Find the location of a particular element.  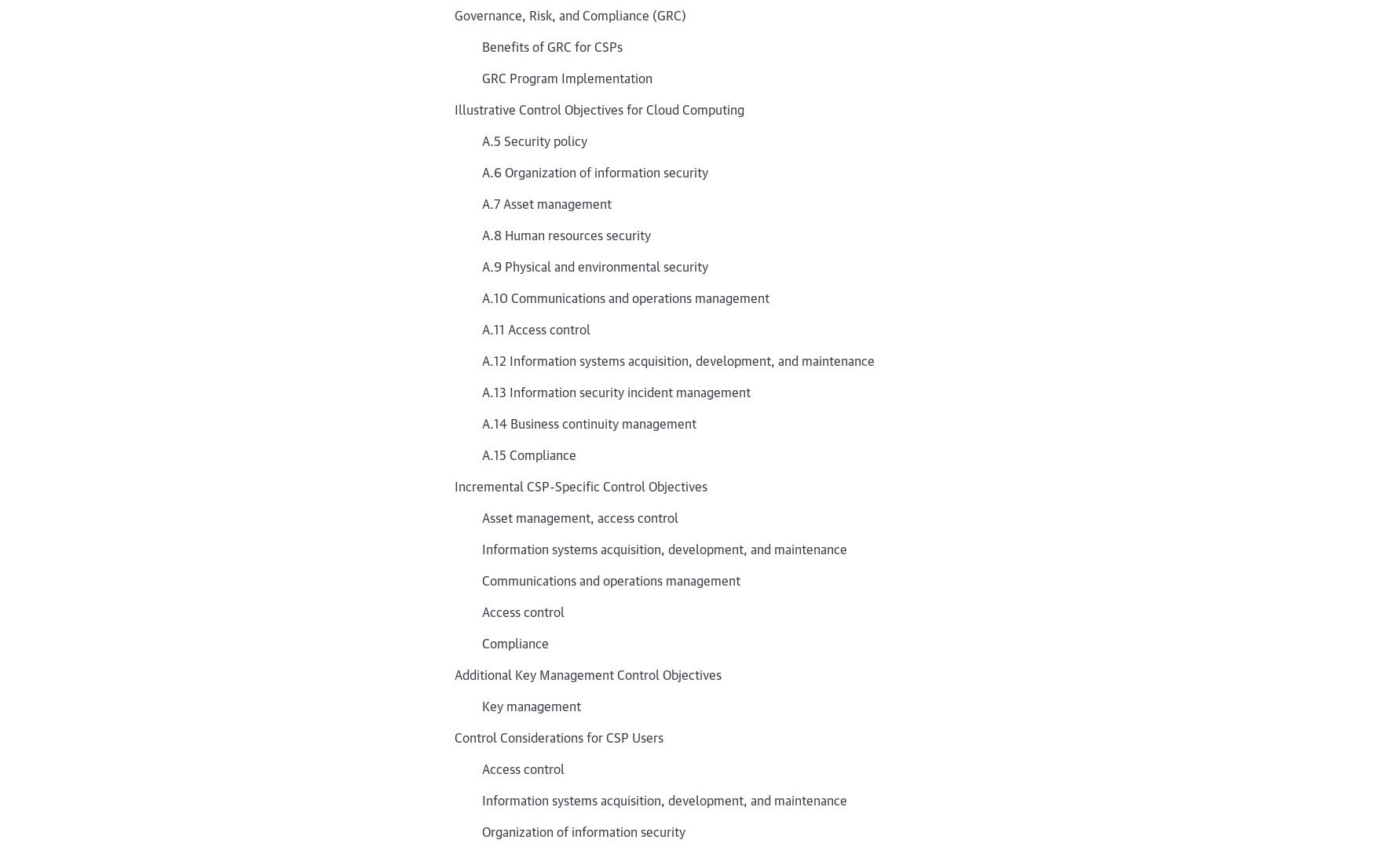

'A.12 Information systems acquisition, development, and maintenance' is located at coordinates (678, 359).